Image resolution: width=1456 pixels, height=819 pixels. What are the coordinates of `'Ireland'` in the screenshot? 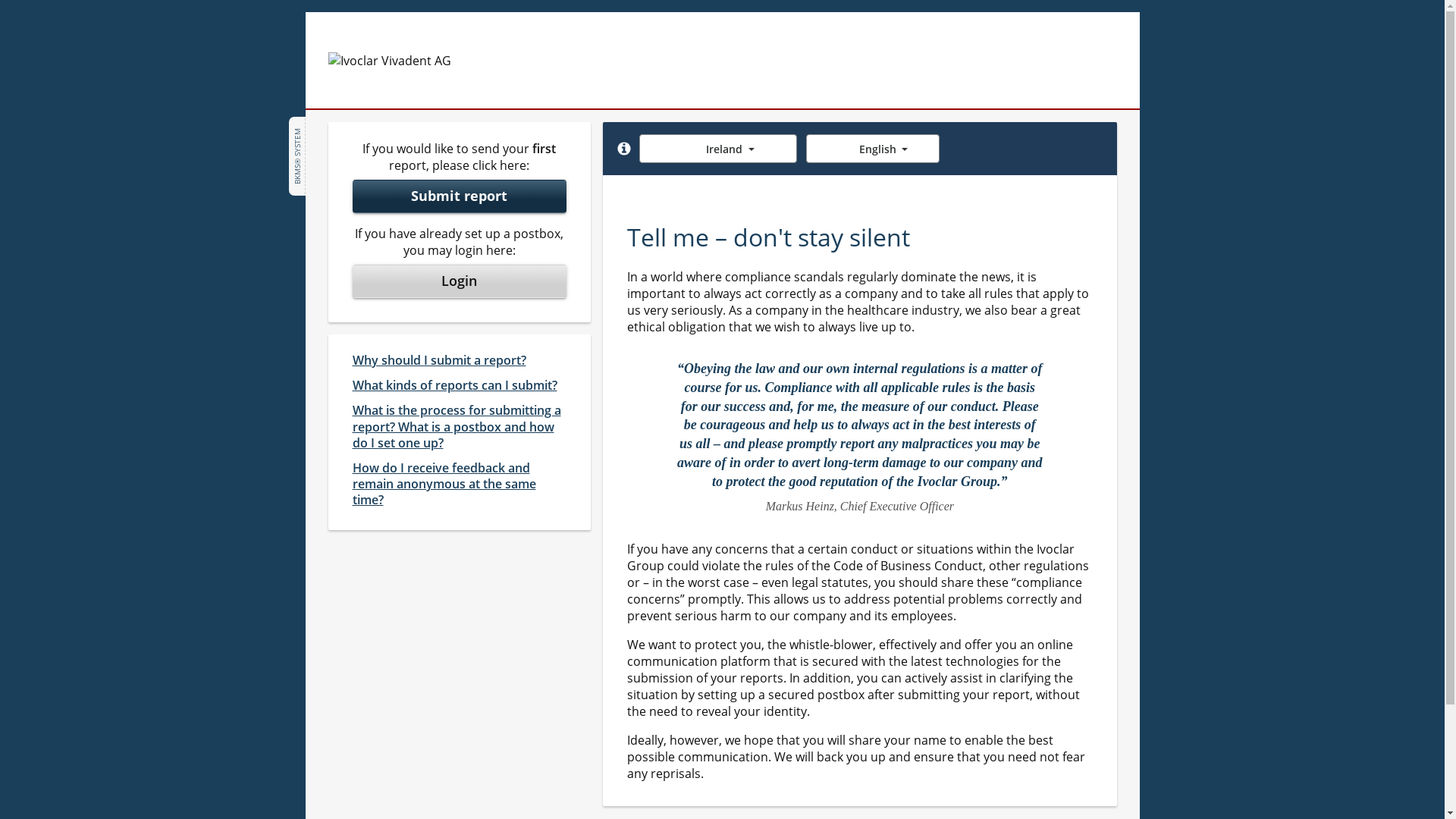 It's located at (639, 149).